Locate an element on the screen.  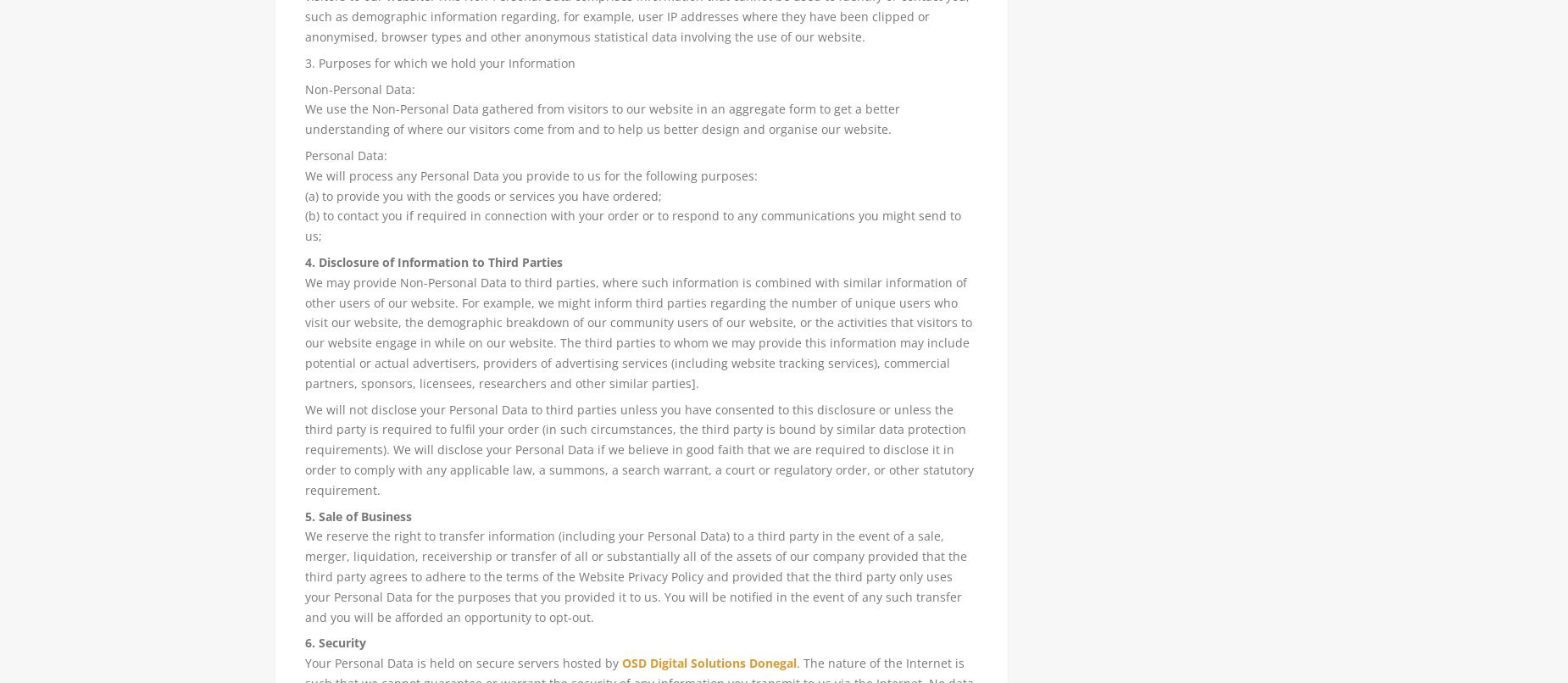
'6. Security' is located at coordinates (333, 641).